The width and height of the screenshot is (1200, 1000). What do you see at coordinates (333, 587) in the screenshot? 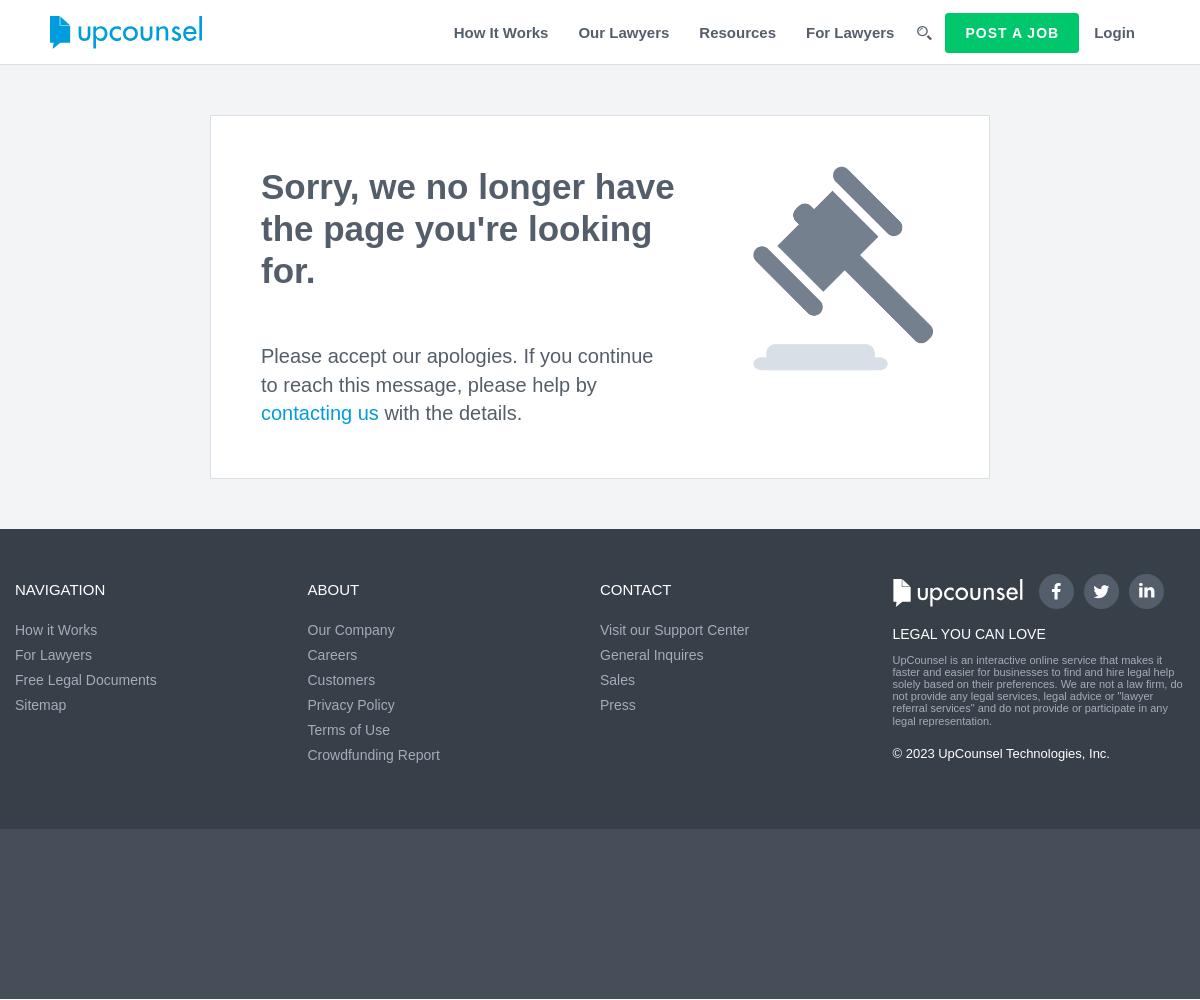
I see `'About'` at bounding box center [333, 587].